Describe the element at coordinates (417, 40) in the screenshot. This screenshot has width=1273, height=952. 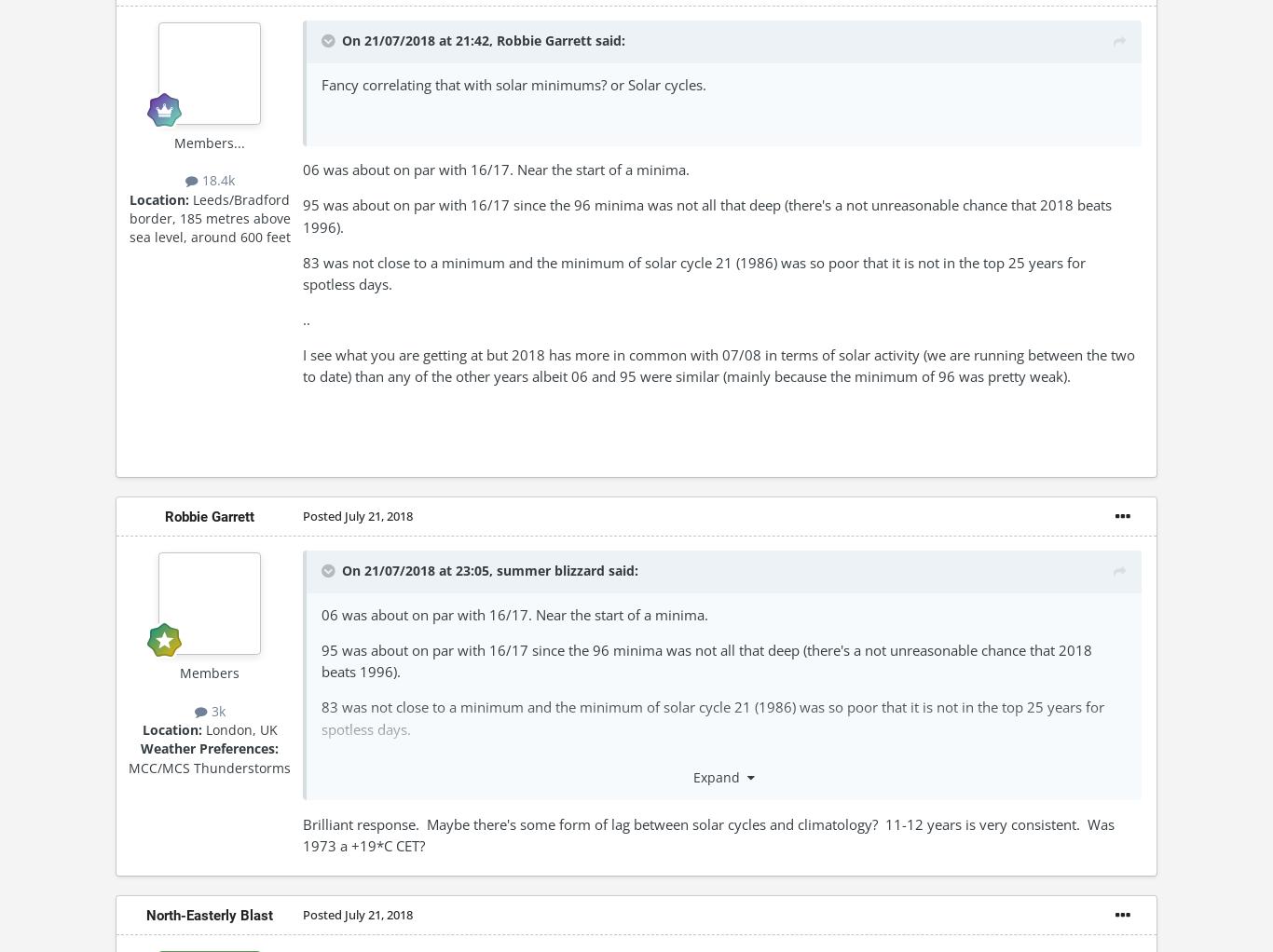
I see `'On 21/07/2018 at 21:42,'` at that location.